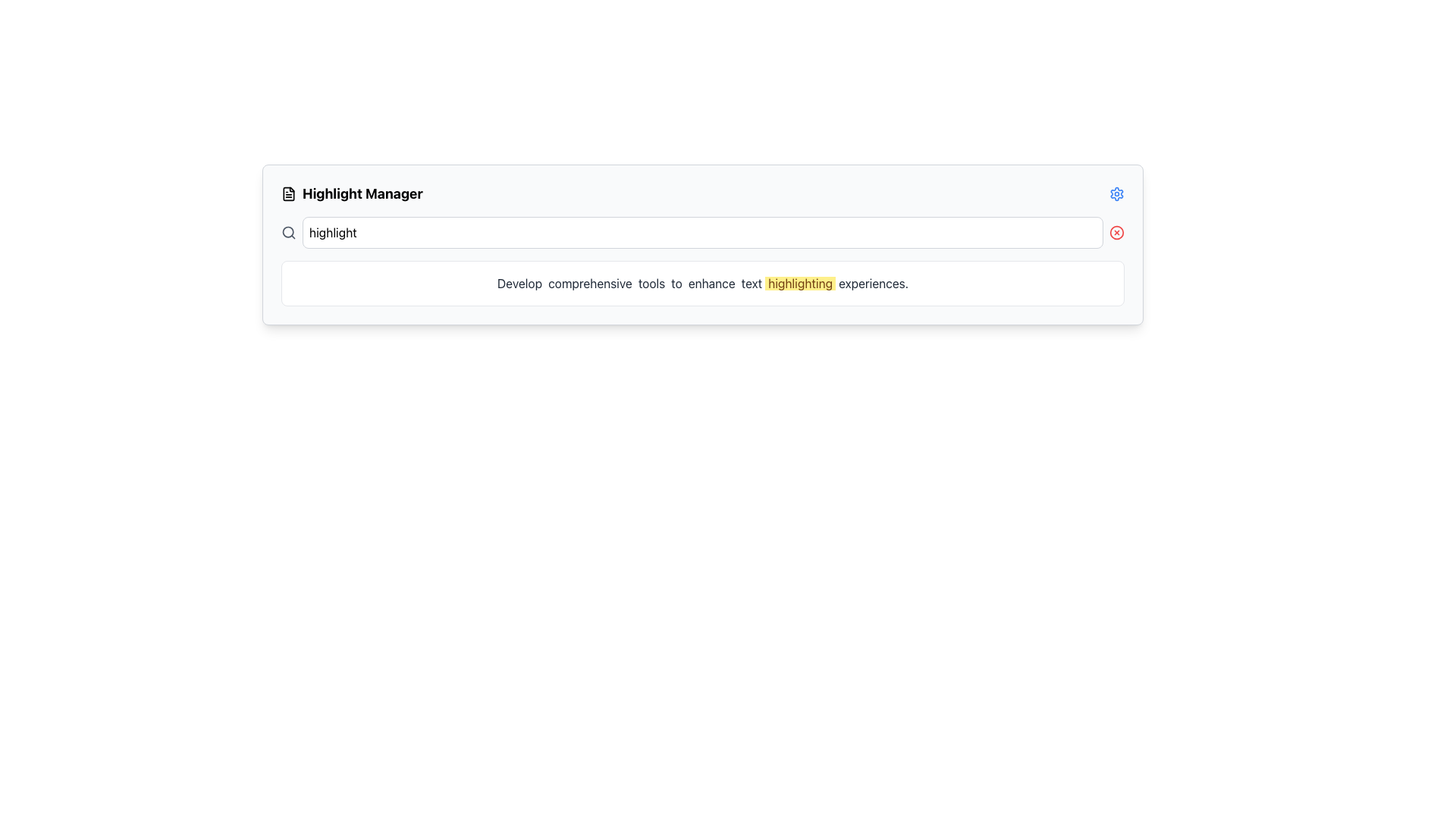  What do you see at coordinates (1117, 193) in the screenshot?
I see `the gear-shaped settings icon located` at bounding box center [1117, 193].